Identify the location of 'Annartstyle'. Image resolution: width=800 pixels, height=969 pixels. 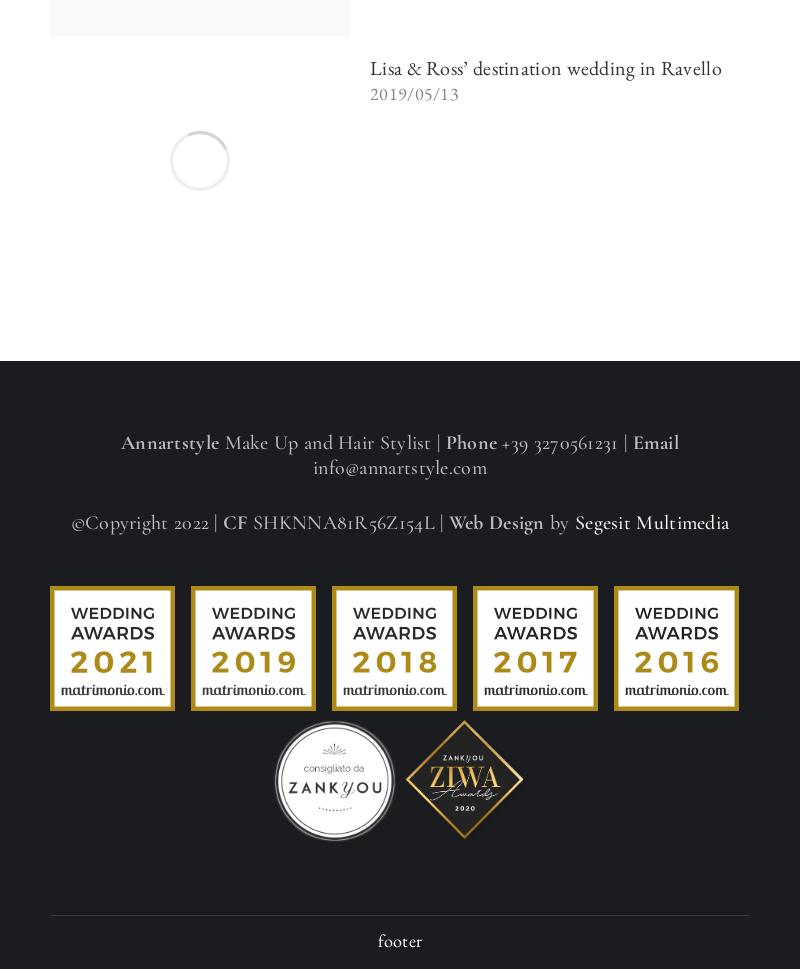
(168, 443).